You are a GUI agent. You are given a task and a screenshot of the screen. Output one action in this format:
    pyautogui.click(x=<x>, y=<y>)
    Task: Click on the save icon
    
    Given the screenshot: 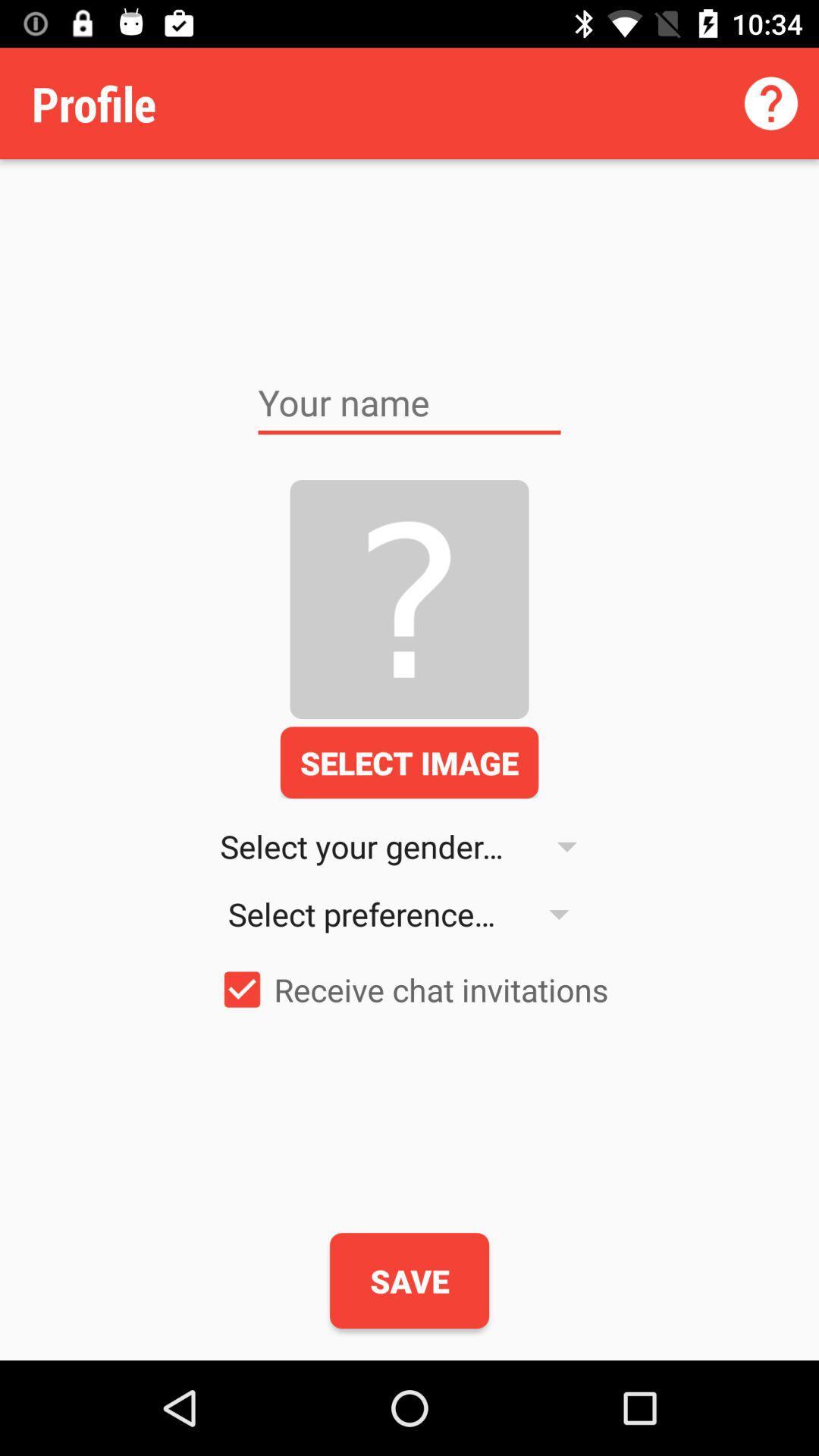 What is the action you would take?
    pyautogui.click(x=409, y=1280)
    